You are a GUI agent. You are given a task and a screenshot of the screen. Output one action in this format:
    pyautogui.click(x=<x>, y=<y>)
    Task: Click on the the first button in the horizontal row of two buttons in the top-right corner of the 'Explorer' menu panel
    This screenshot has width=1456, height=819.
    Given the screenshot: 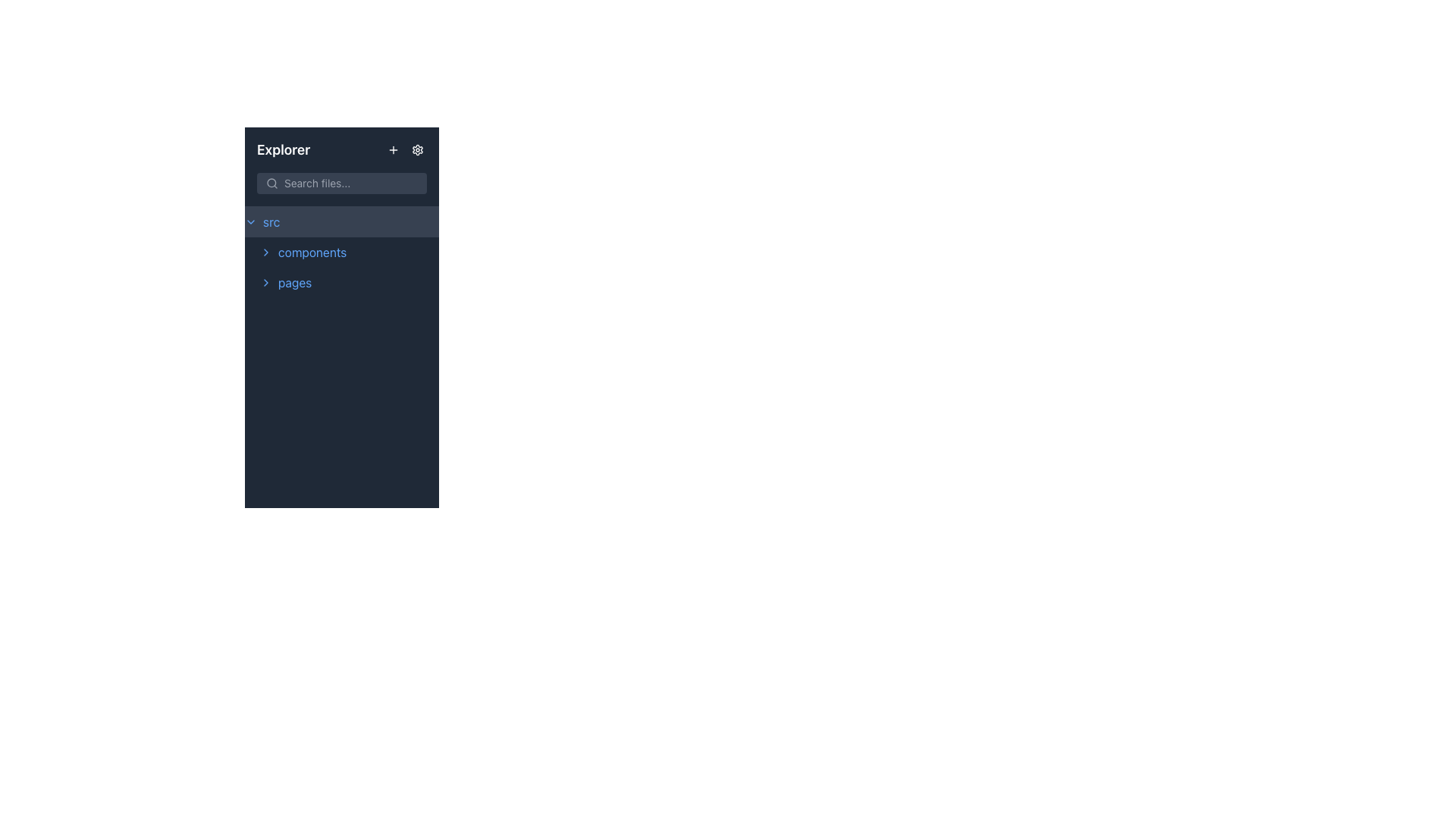 What is the action you would take?
    pyautogui.click(x=393, y=149)
    